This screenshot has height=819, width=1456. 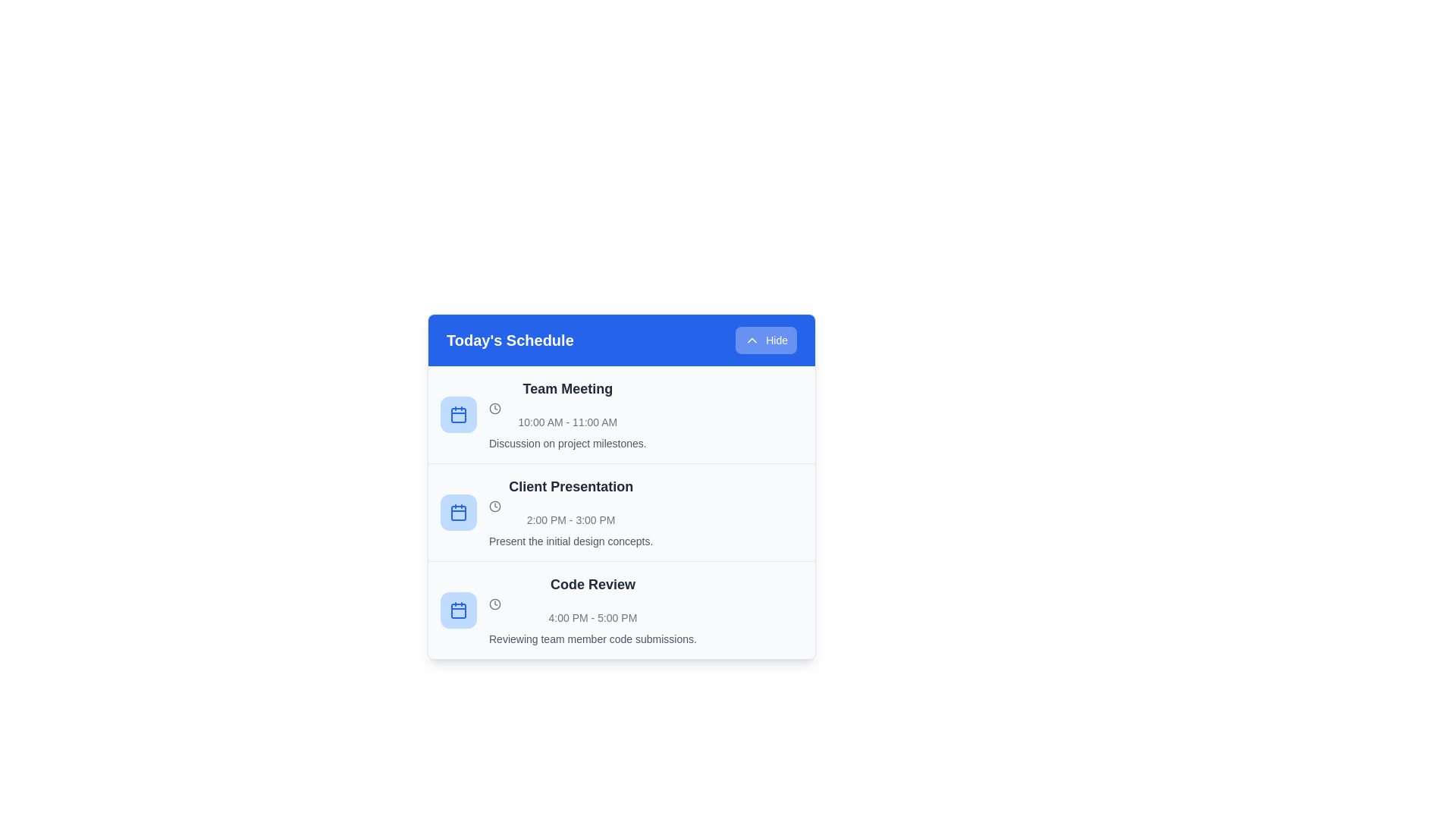 I want to click on the second list item in the vertical schedule entries, so click(x=622, y=512).